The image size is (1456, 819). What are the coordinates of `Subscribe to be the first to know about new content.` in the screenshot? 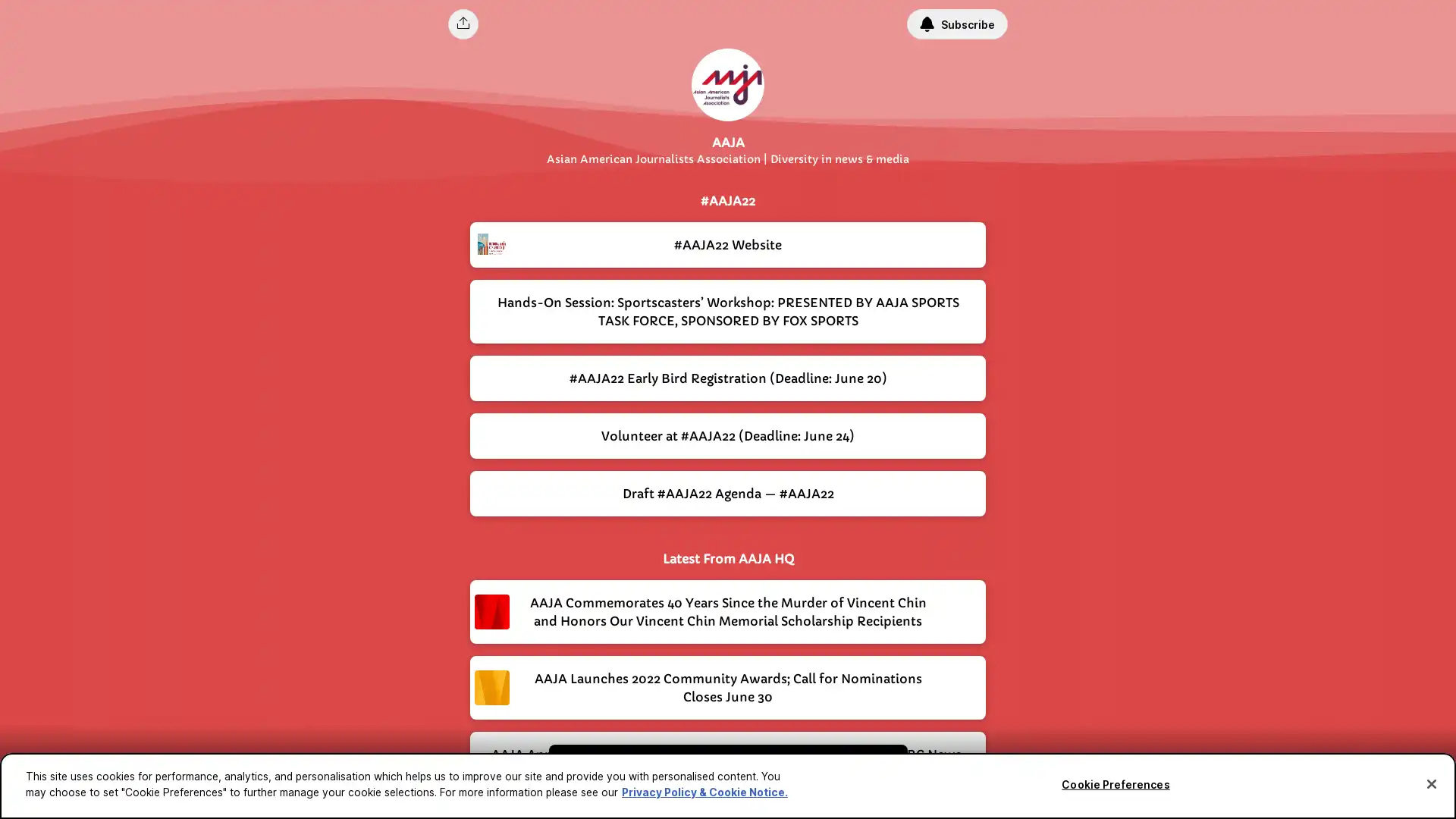 It's located at (717, 772).